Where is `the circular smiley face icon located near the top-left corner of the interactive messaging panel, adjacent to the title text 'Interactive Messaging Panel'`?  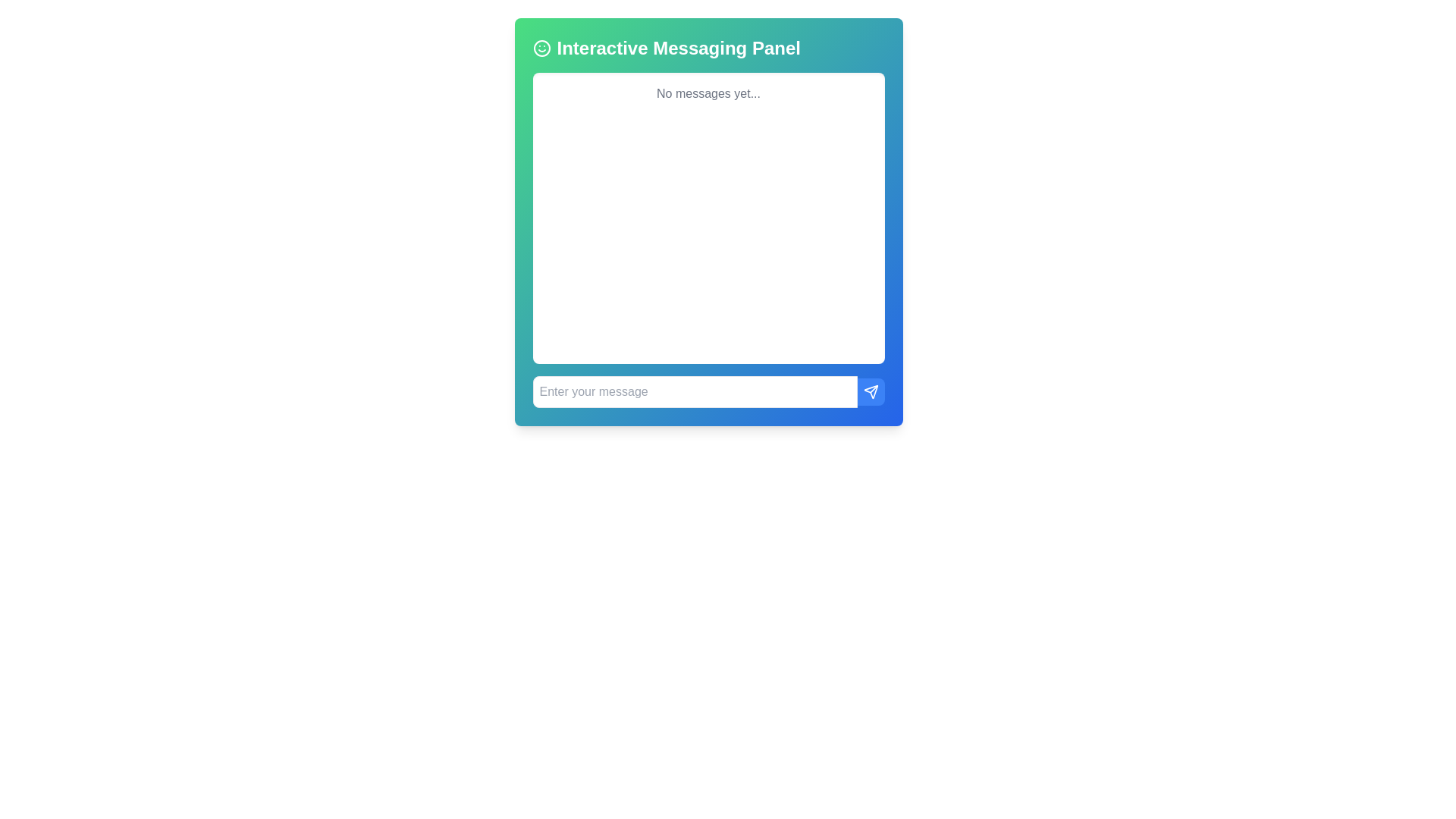
the circular smiley face icon located near the top-left corner of the interactive messaging panel, adjacent to the title text 'Interactive Messaging Panel' is located at coordinates (541, 48).